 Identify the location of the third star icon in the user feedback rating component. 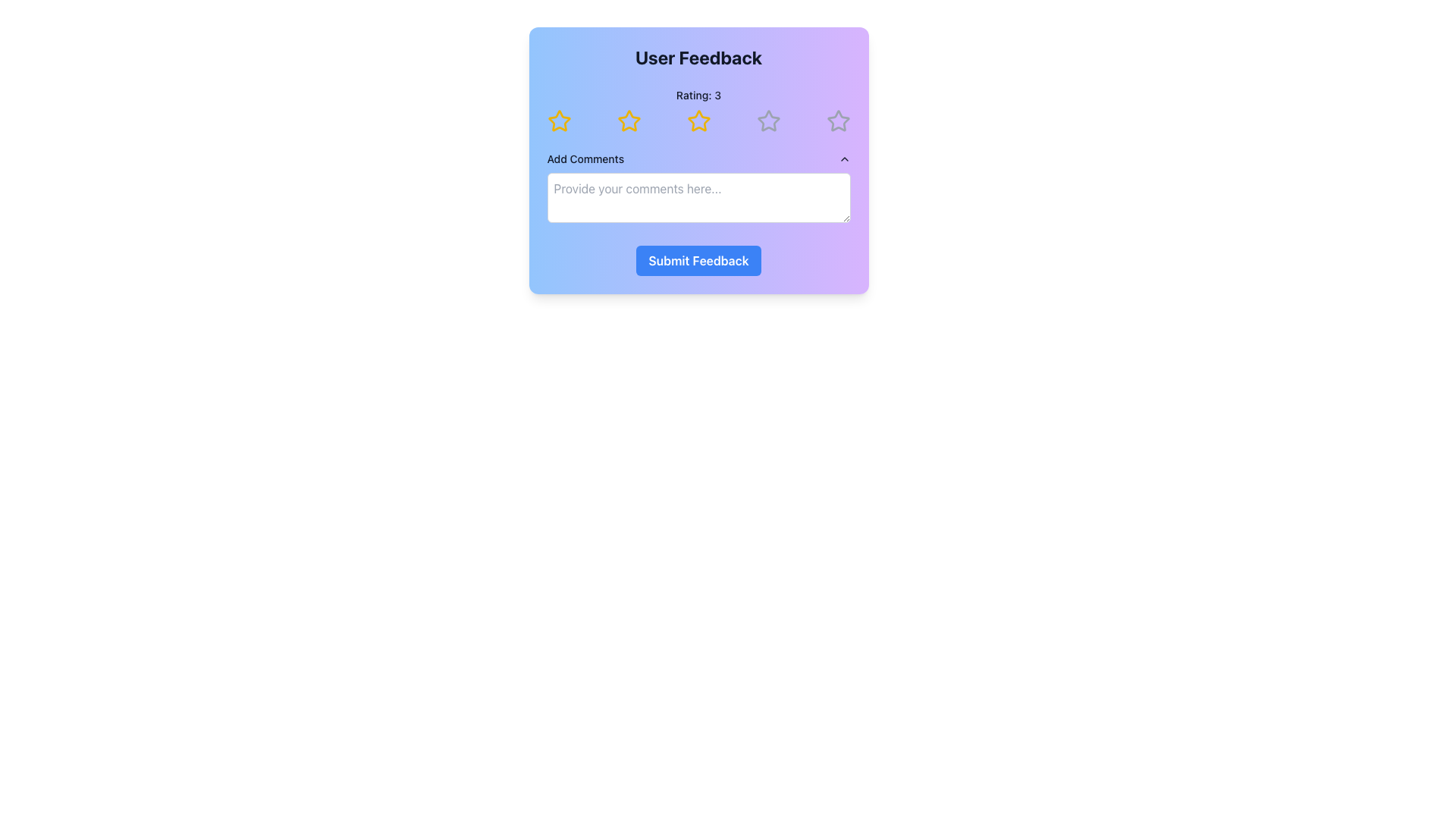
(698, 120).